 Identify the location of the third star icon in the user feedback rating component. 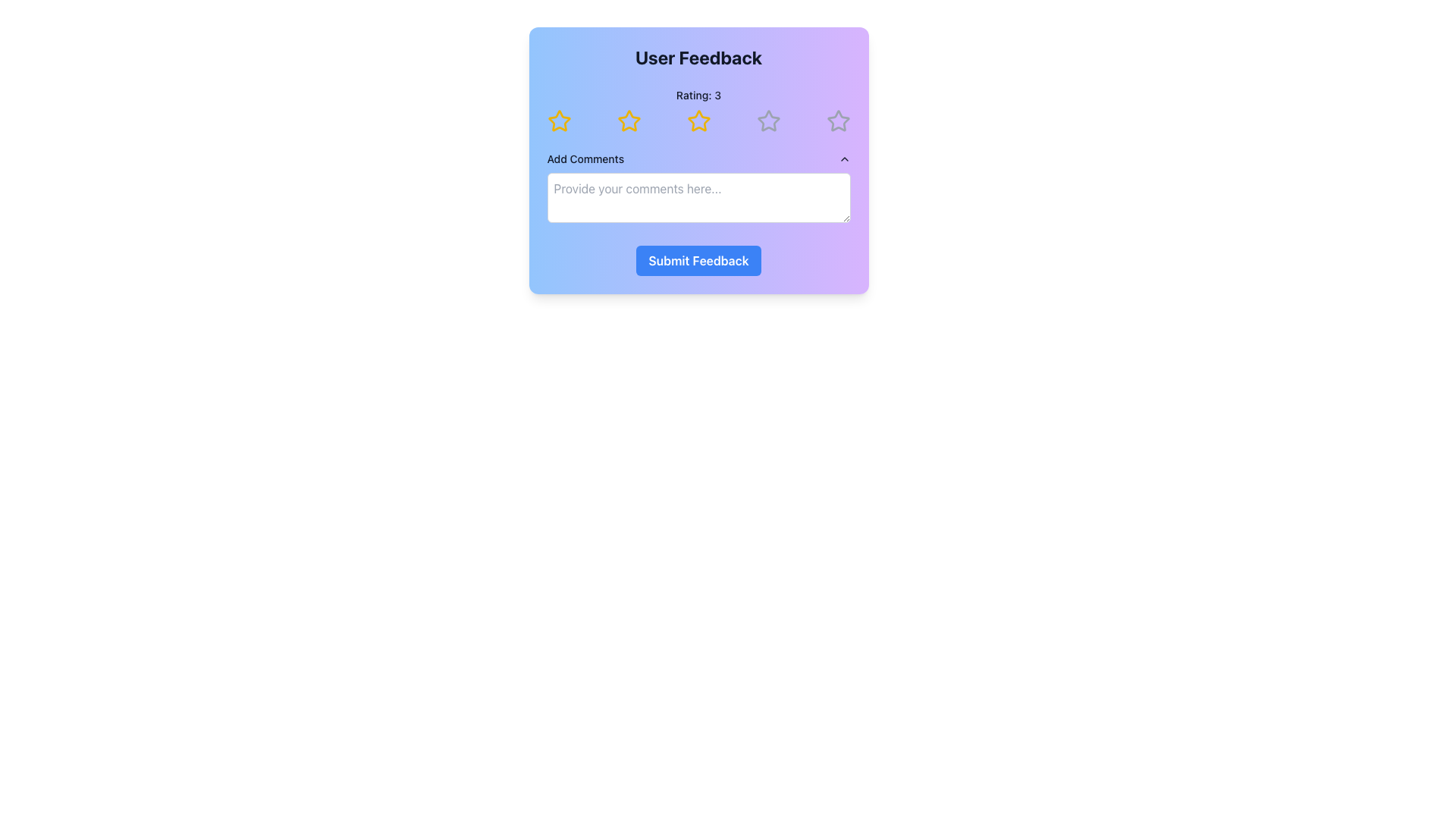
(698, 120).